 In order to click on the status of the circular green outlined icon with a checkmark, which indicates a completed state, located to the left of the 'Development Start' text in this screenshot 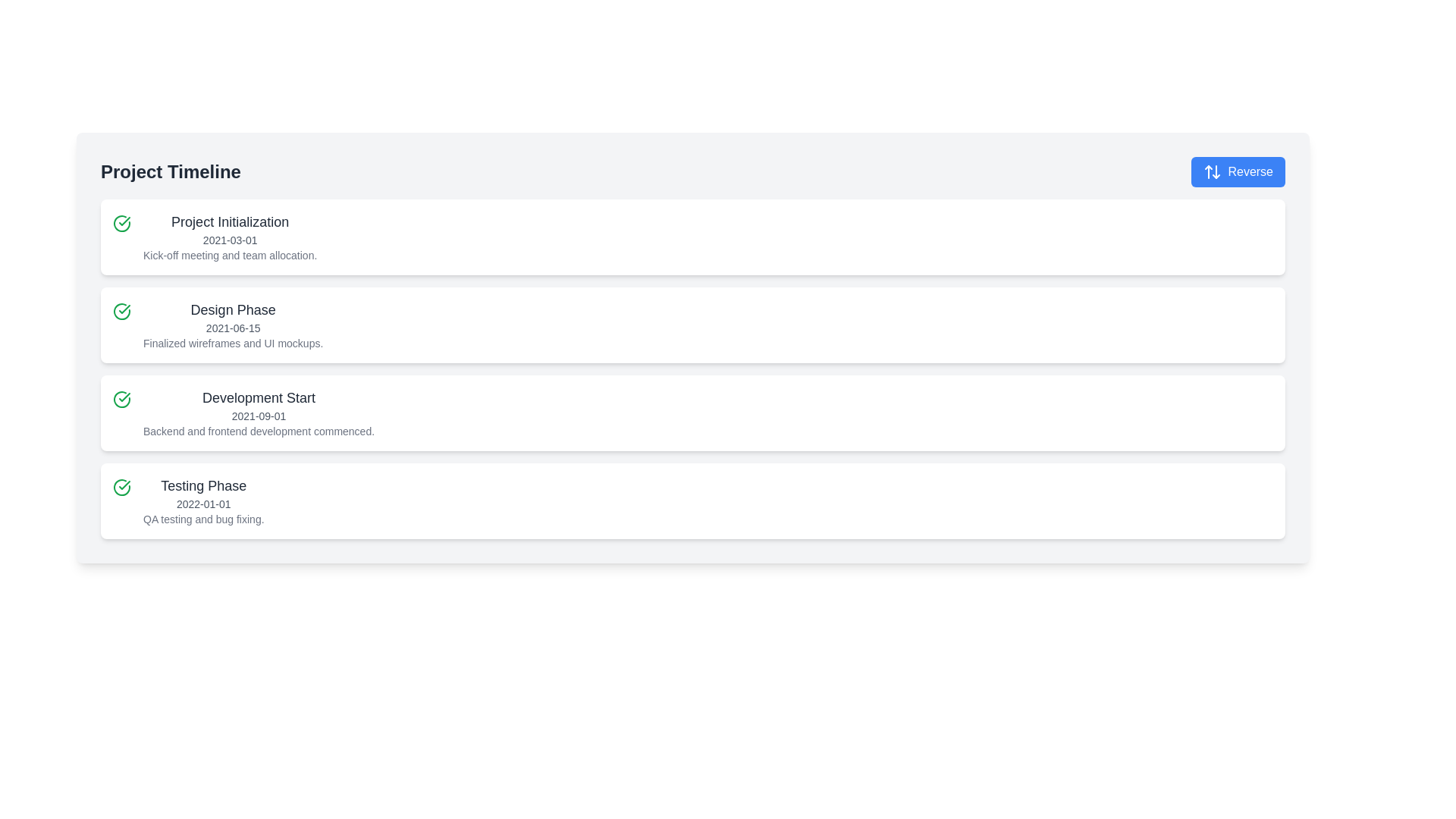, I will do `click(122, 399)`.